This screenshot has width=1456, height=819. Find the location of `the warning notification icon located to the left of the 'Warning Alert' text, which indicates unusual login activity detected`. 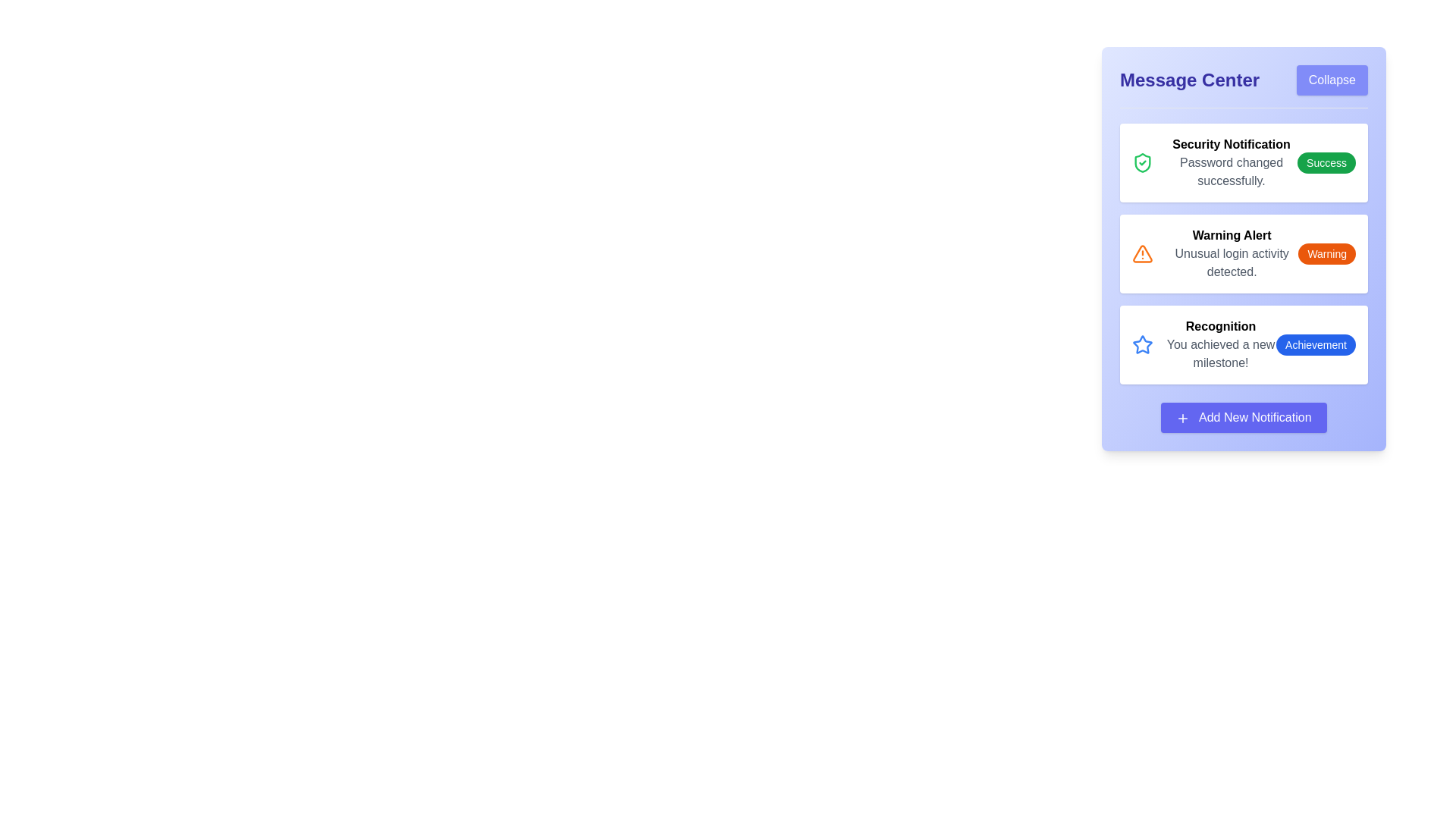

the warning notification icon located to the left of the 'Warning Alert' text, which indicates unusual login activity detected is located at coordinates (1143, 253).